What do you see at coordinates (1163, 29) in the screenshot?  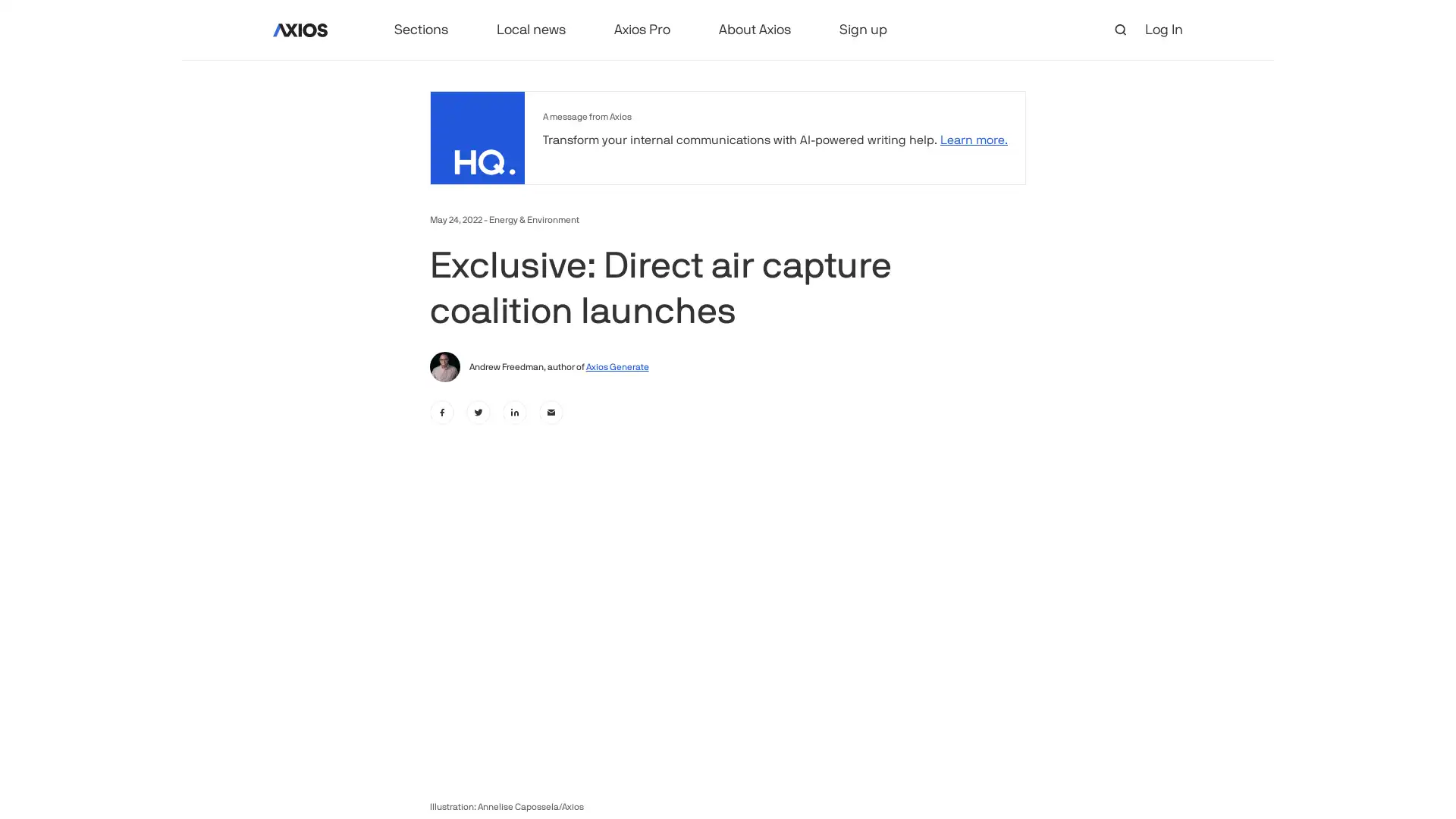 I see `Log In` at bounding box center [1163, 29].